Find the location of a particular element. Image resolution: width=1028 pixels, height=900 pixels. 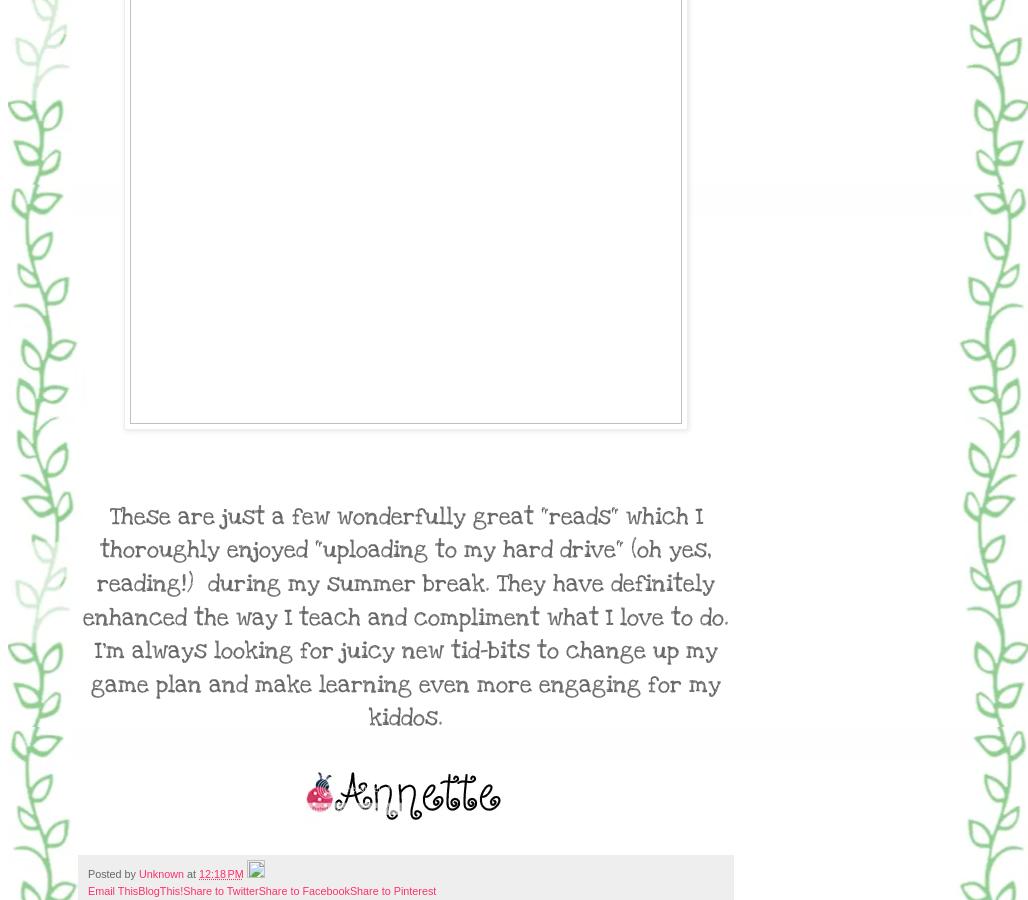

'Posted by' is located at coordinates (112, 873).